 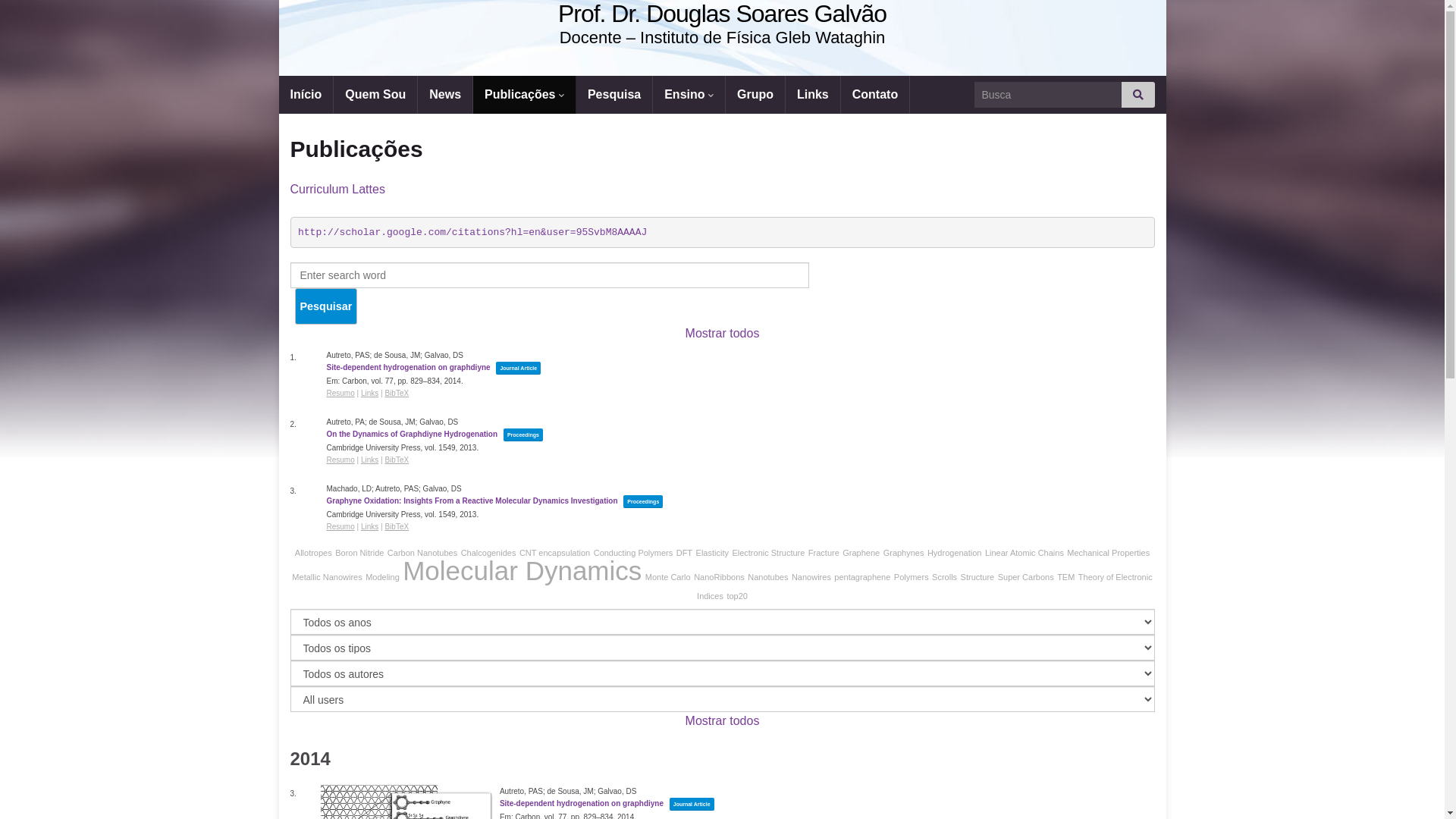 I want to click on 'Molecular Dynamics', so click(x=522, y=570).